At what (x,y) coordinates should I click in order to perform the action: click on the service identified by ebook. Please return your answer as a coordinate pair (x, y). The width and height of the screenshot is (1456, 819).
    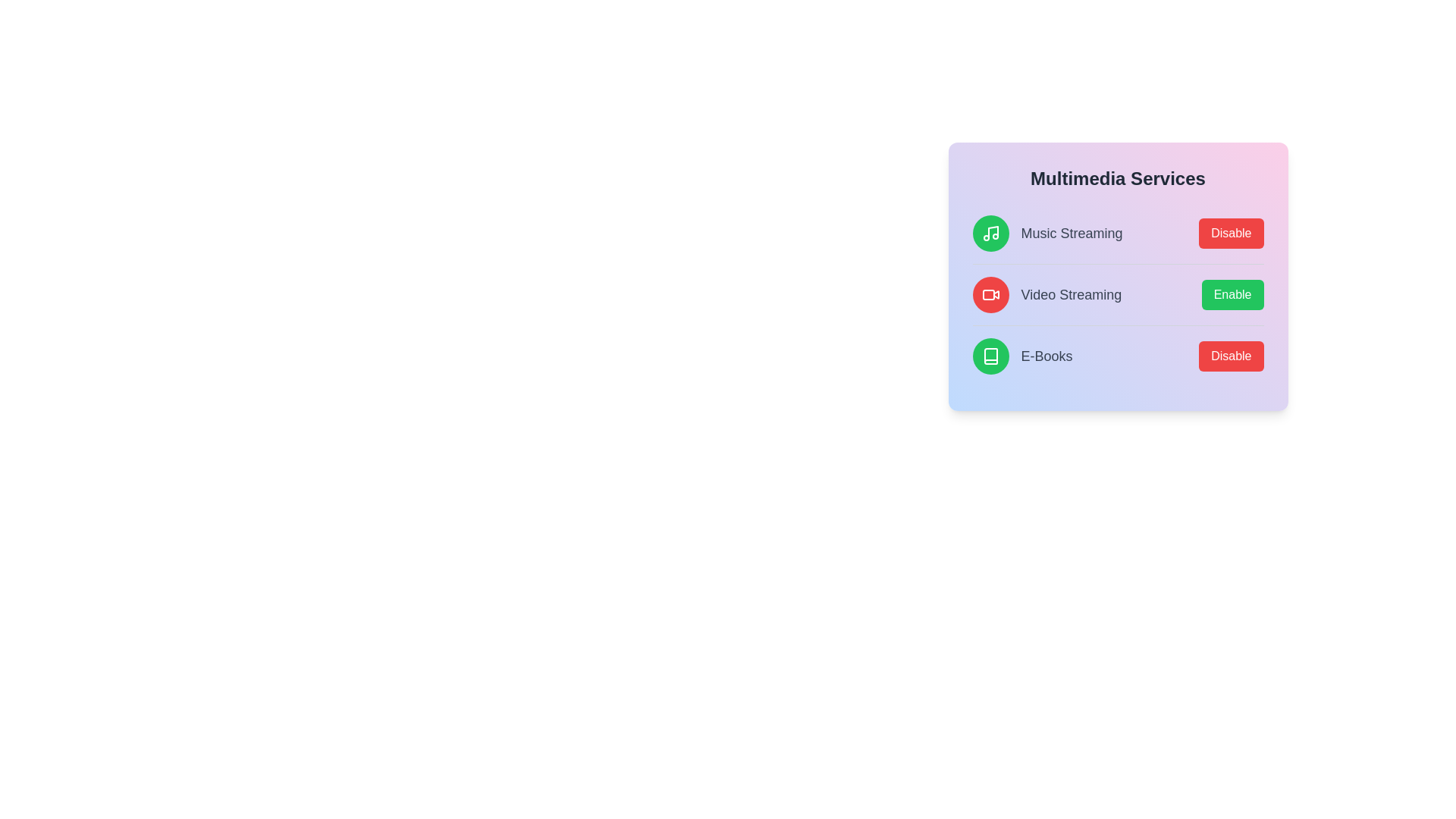
    Looking at the image, I should click on (1231, 356).